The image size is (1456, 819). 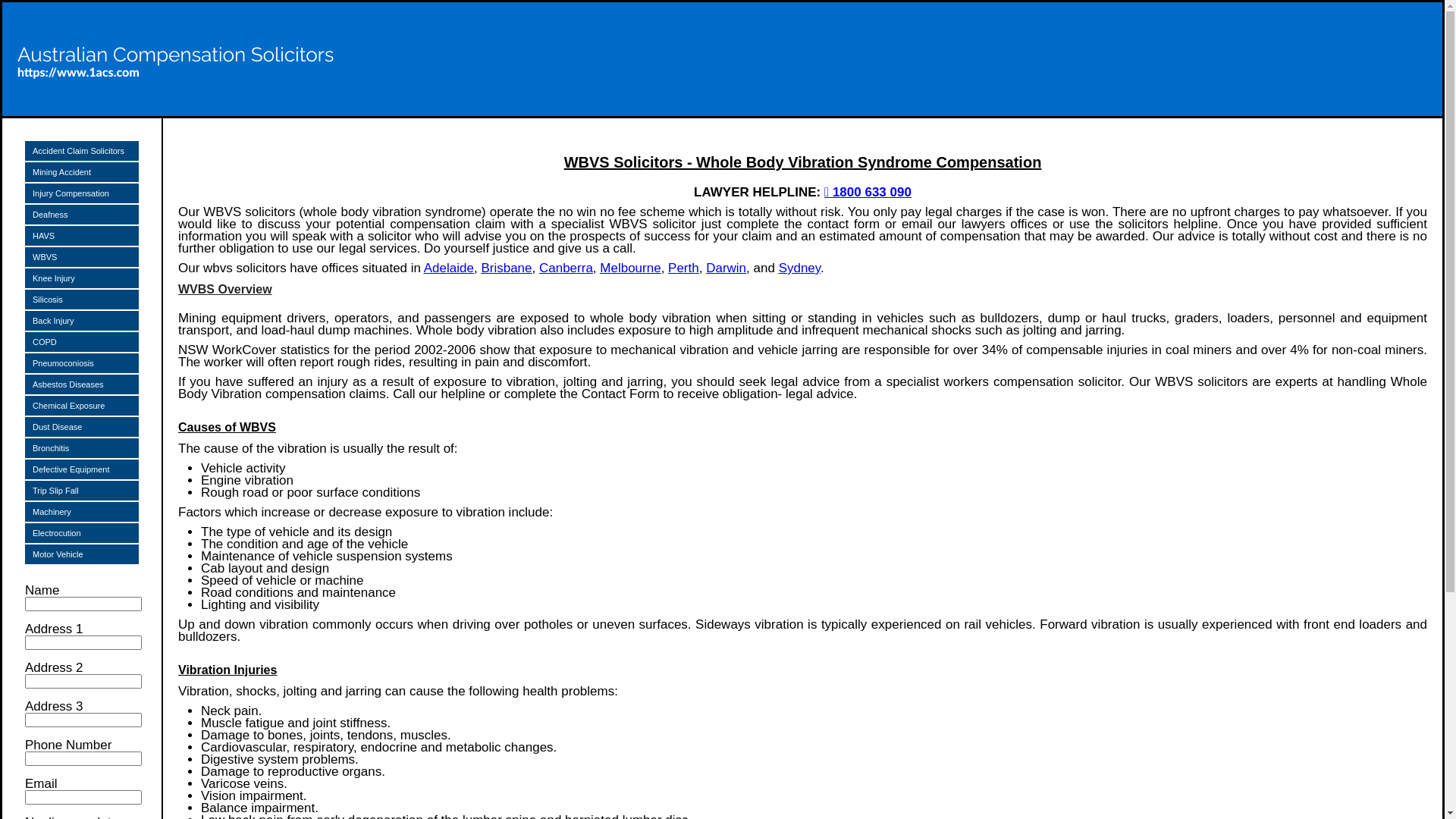 I want to click on 'Deafness', so click(x=25, y=214).